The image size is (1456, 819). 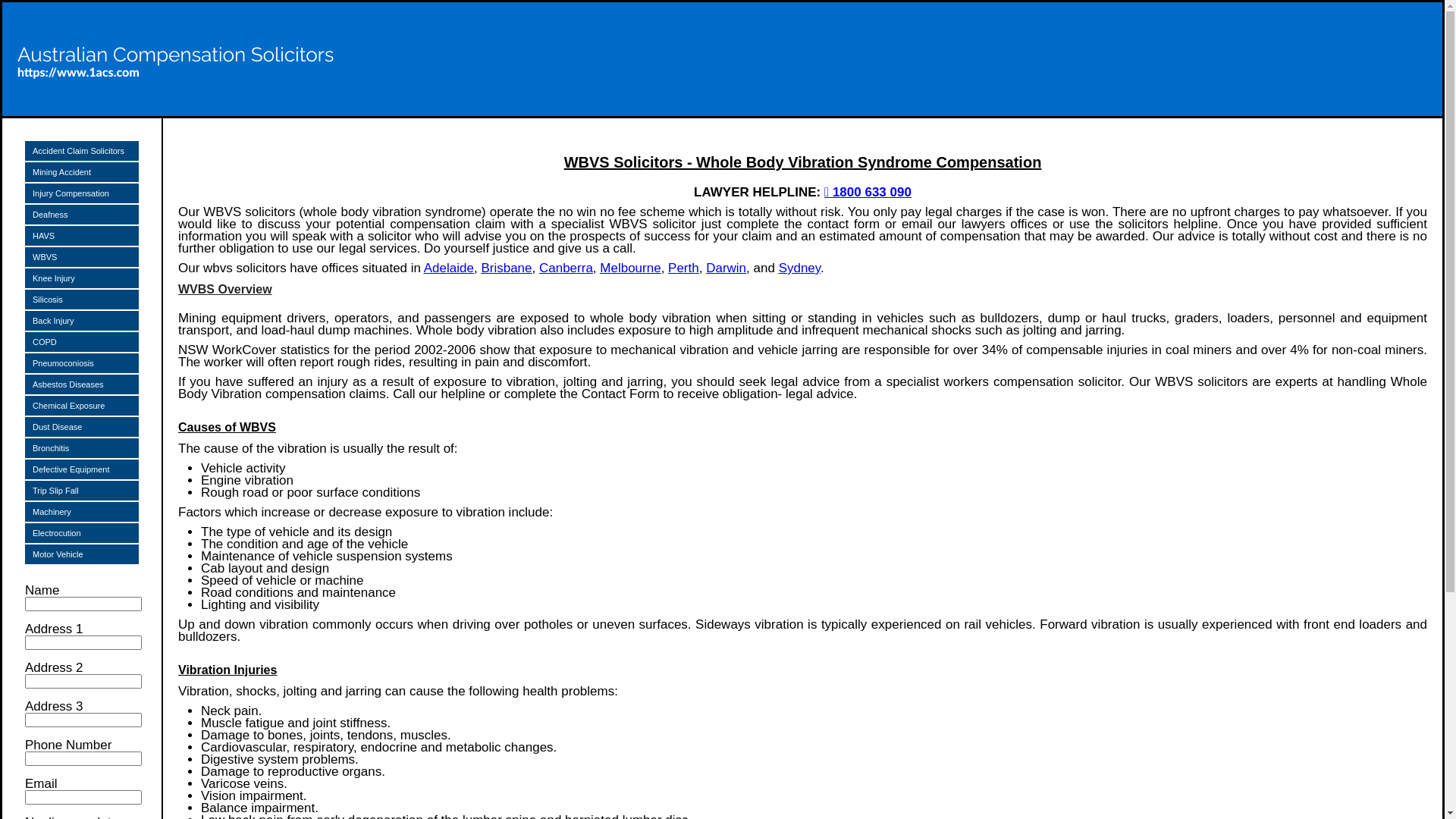 I want to click on 'Deafness', so click(x=25, y=214).